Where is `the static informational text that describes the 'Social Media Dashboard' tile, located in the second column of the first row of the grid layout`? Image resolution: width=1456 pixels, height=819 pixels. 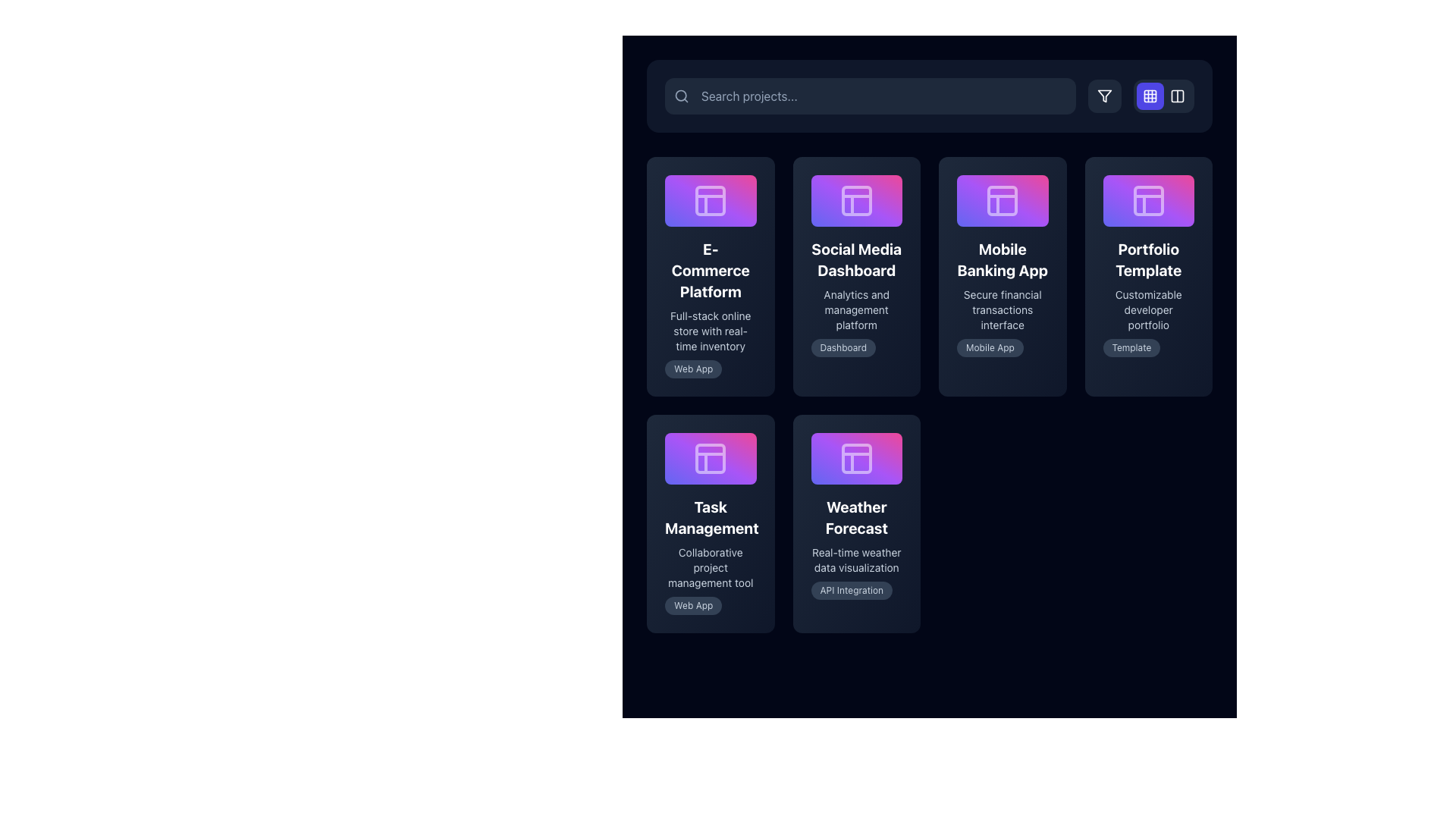
the static informational text that describes the 'Social Media Dashboard' tile, located in the second column of the first row of the grid layout is located at coordinates (856, 309).